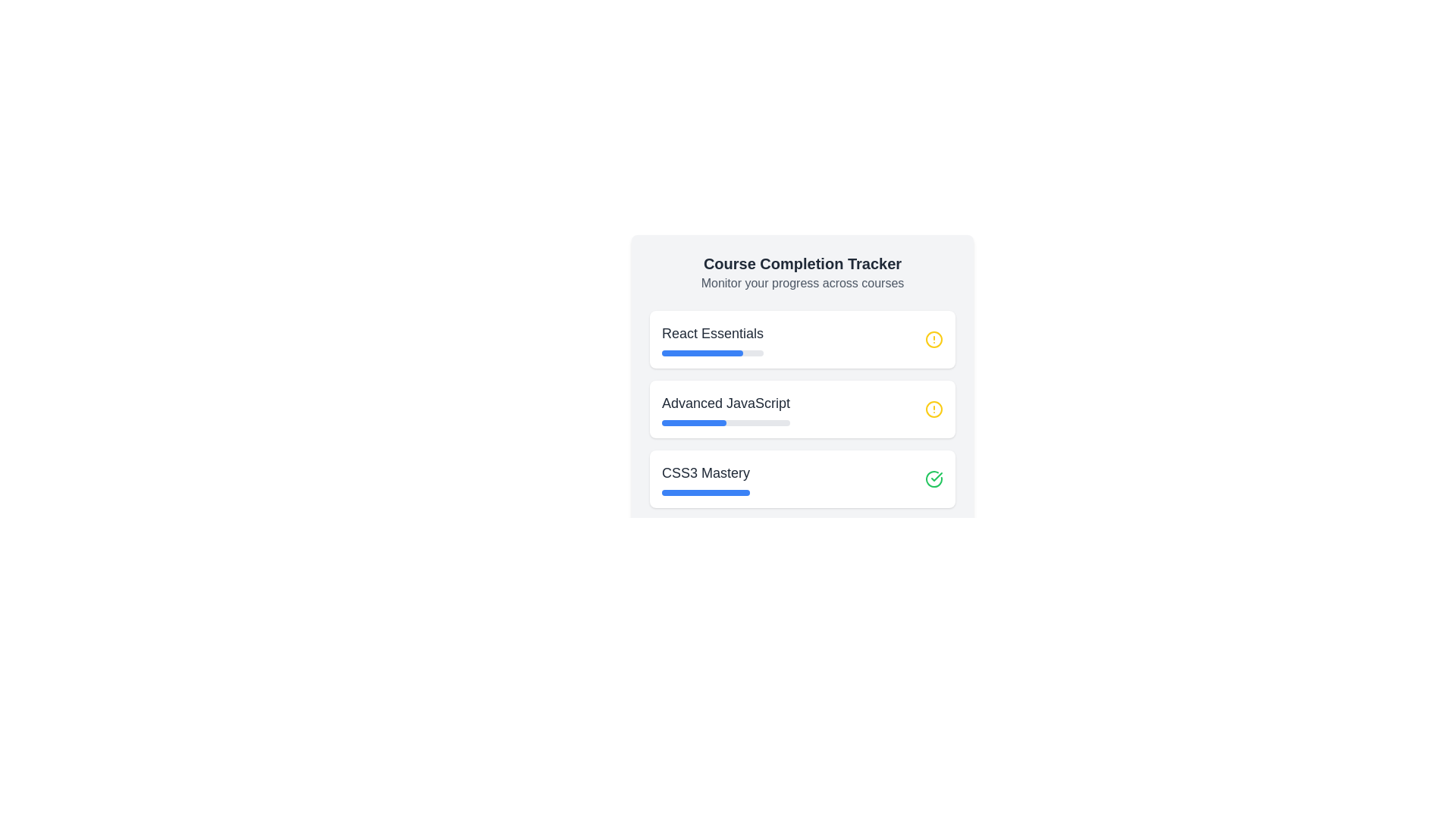  Describe the element at coordinates (934, 338) in the screenshot. I see `the alert status circle icon associated with the 'Advanced JavaScript' progress entry` at that location.